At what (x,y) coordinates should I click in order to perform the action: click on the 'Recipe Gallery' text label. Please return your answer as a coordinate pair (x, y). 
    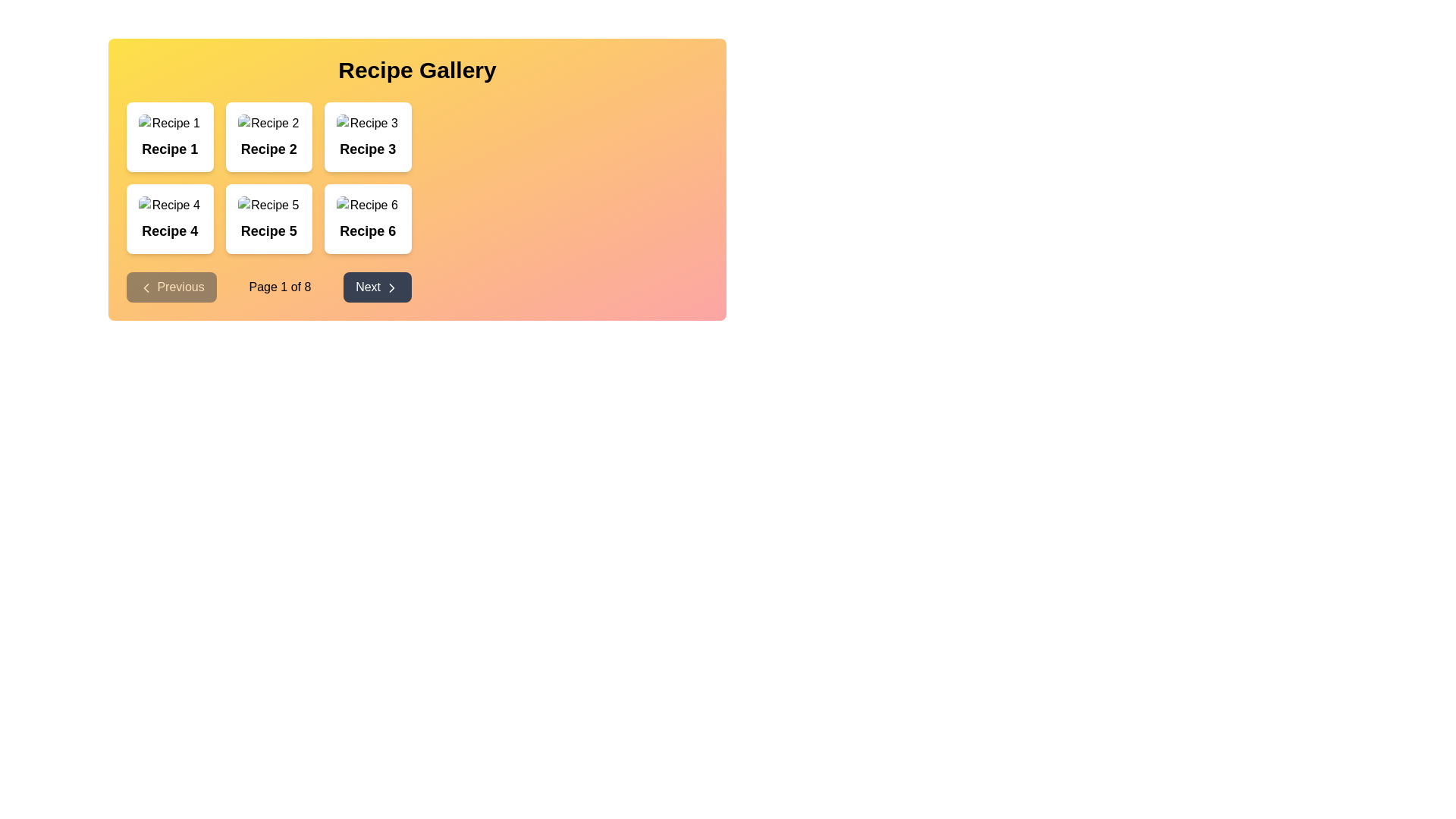
    Looking at the image, I should click on (417, 70).